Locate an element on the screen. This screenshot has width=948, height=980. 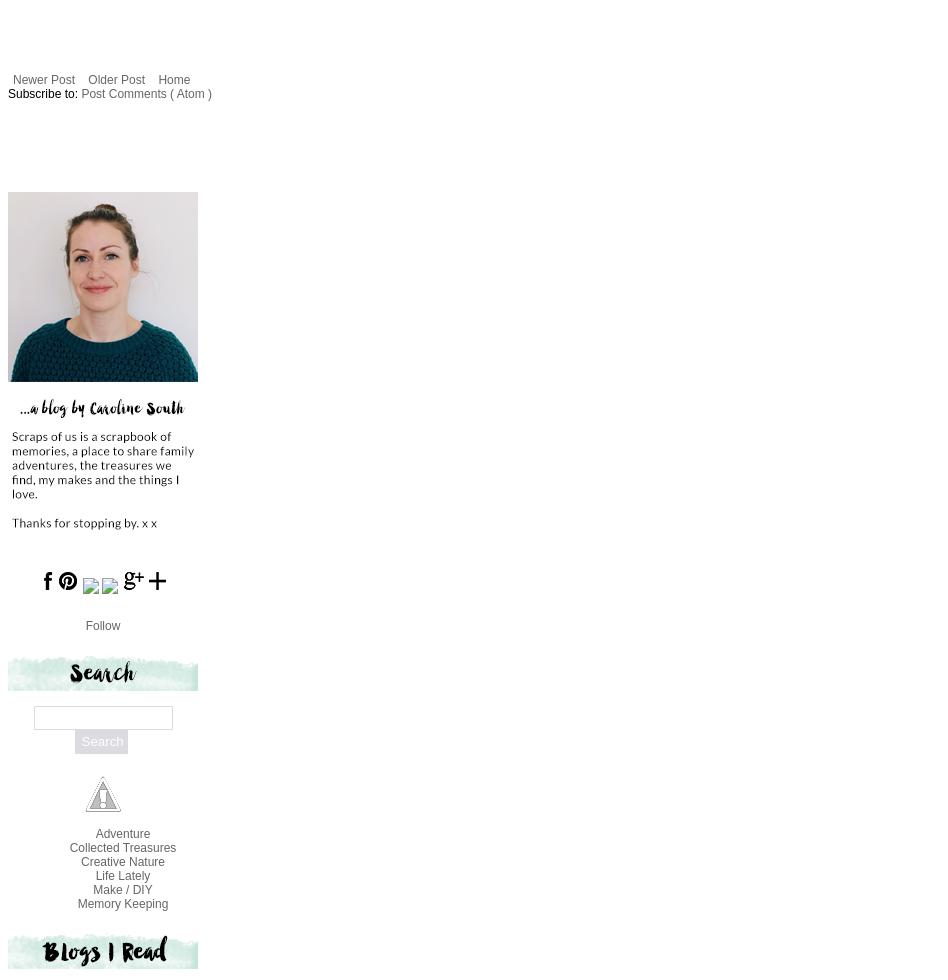
'Older Post' is located at coordinates (87, 78).